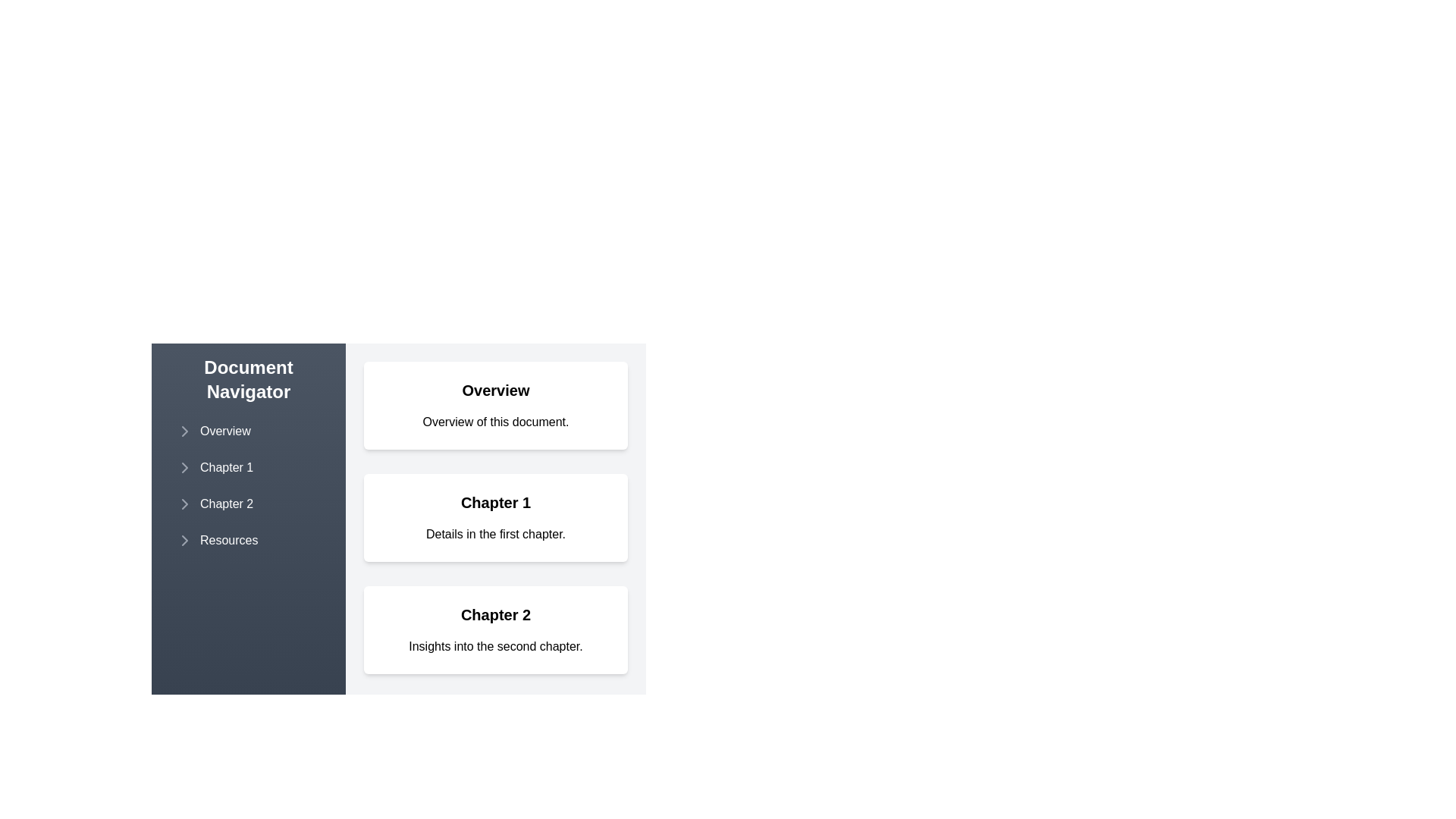 The image size is (1456, 819). Describe the element at coordinates (248, 540) in the screenshot. I see `the fourth button in the 'Document Navigator' section` at that location.